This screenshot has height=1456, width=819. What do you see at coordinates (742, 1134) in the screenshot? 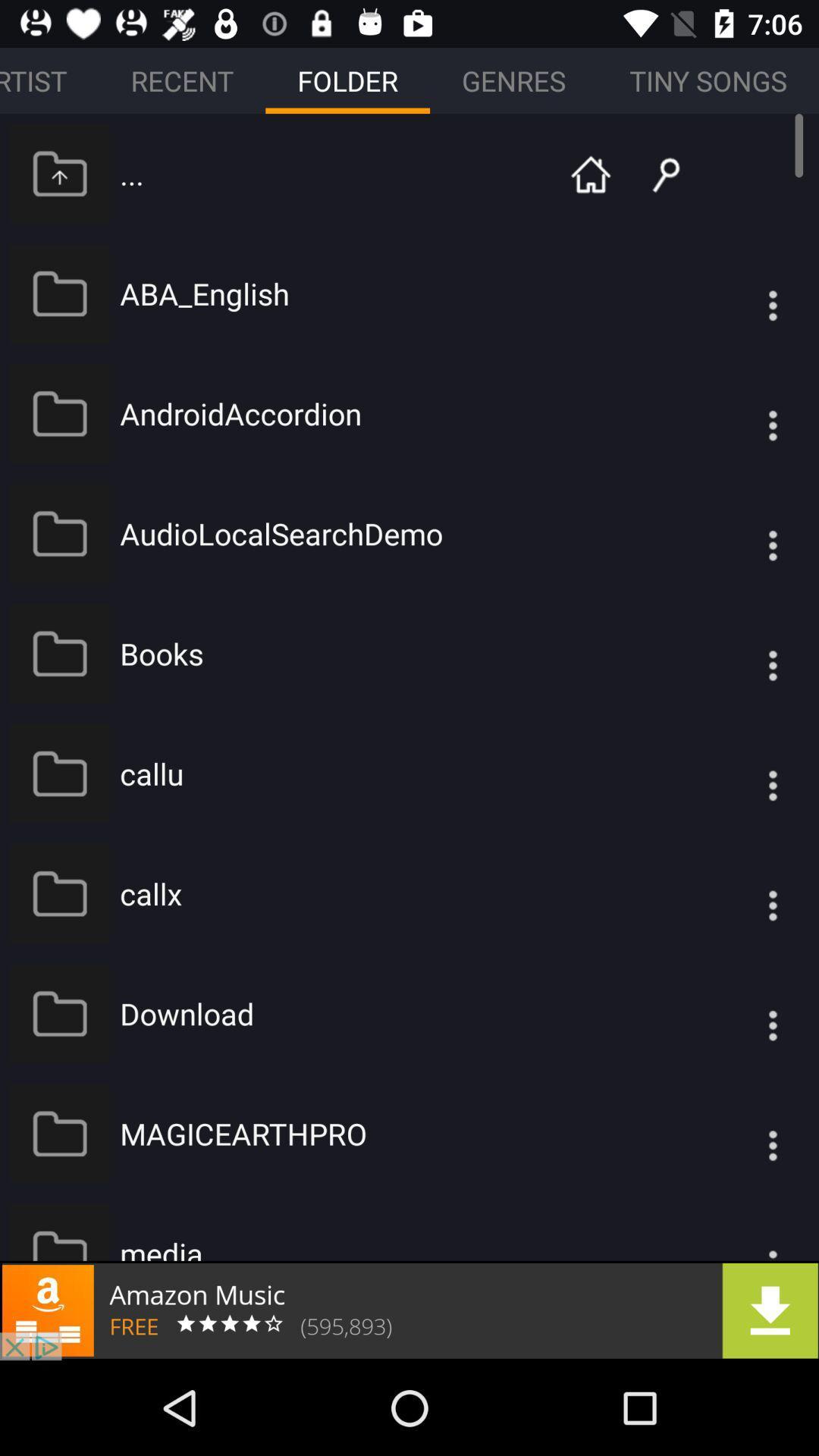
I see `open folder options` at bounding box center [742, 1134].